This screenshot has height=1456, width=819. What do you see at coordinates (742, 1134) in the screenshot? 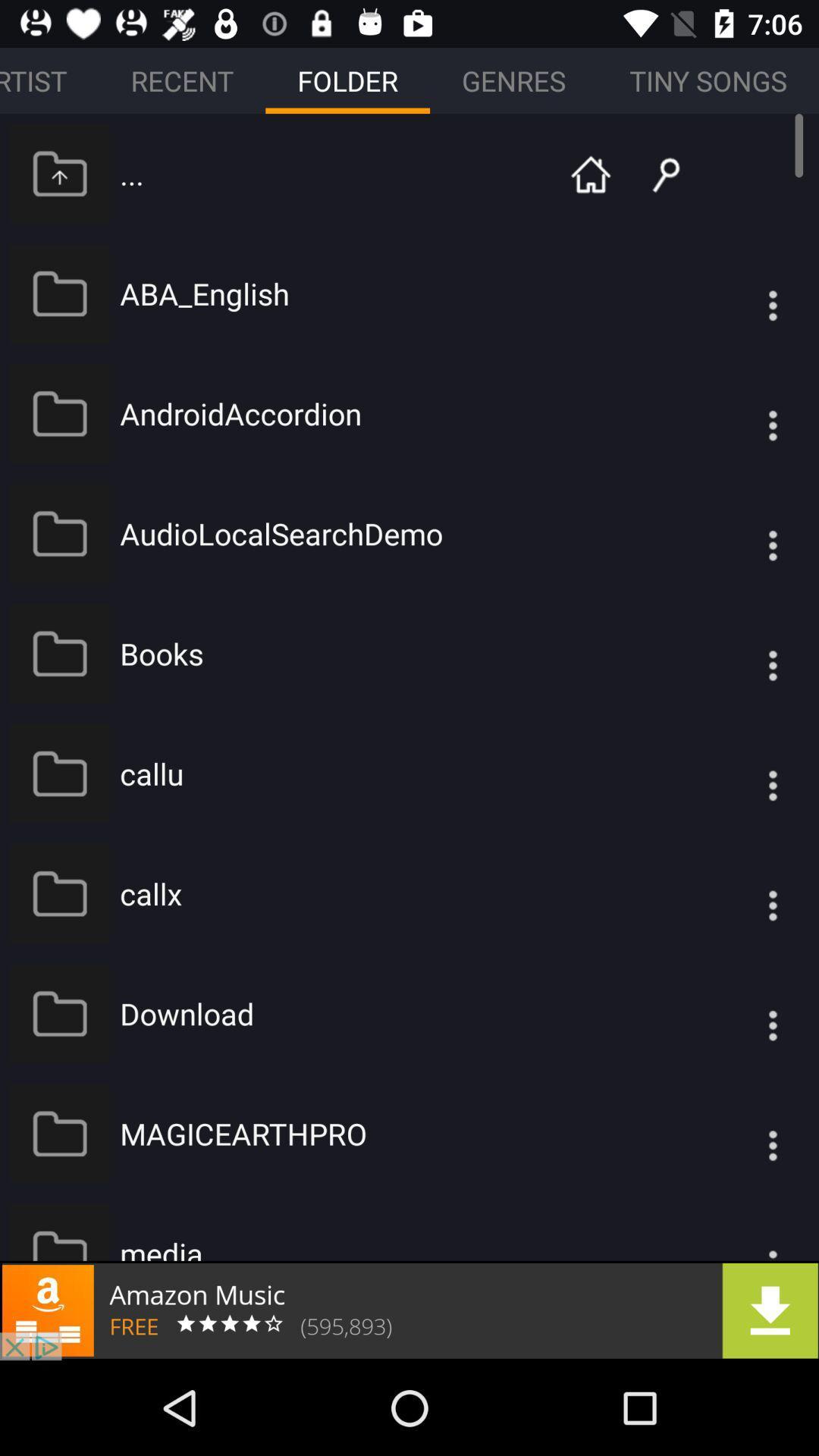
I see `open folder options` at bounding box center [742, 1134].